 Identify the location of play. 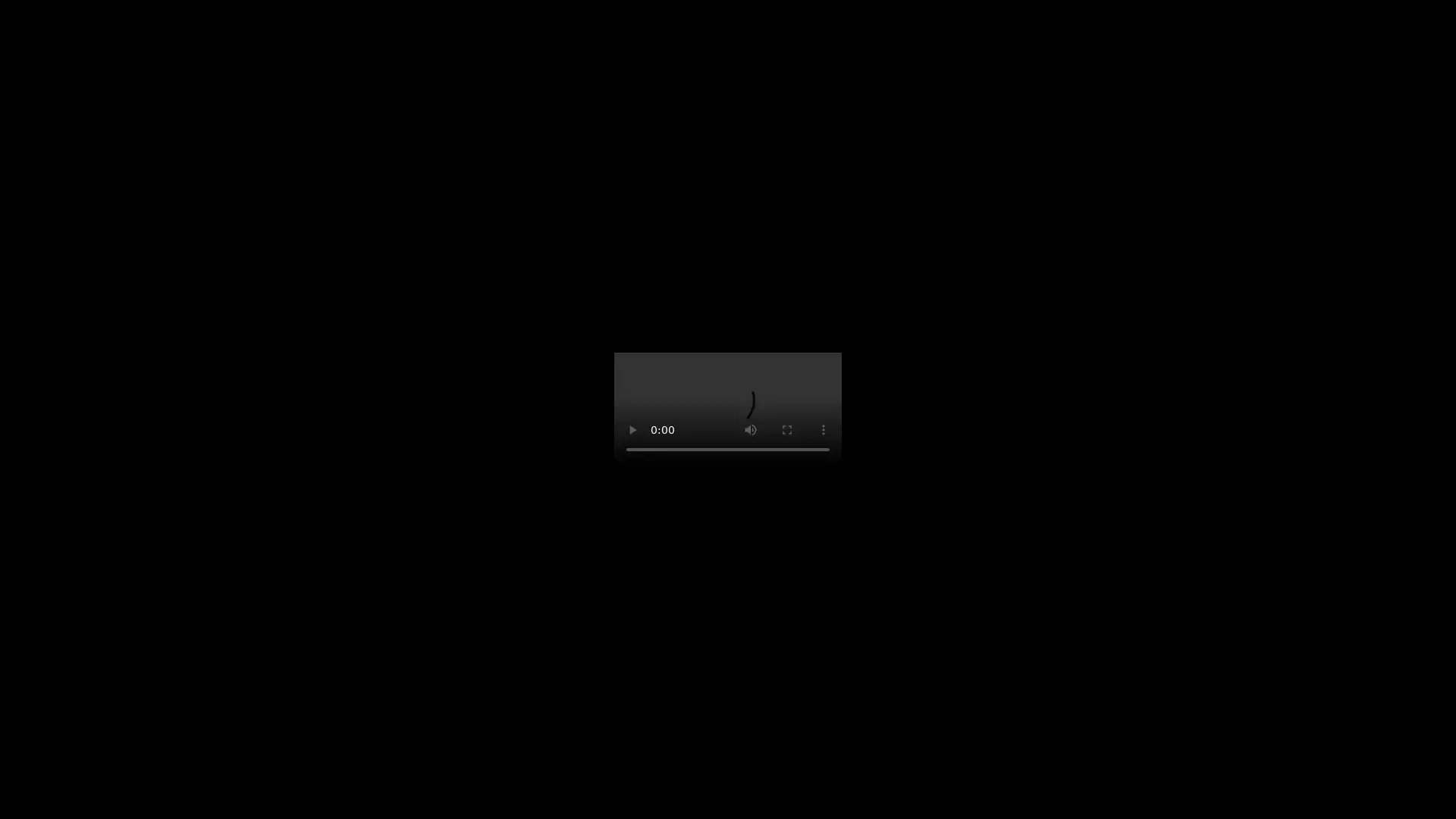
(632, 430).